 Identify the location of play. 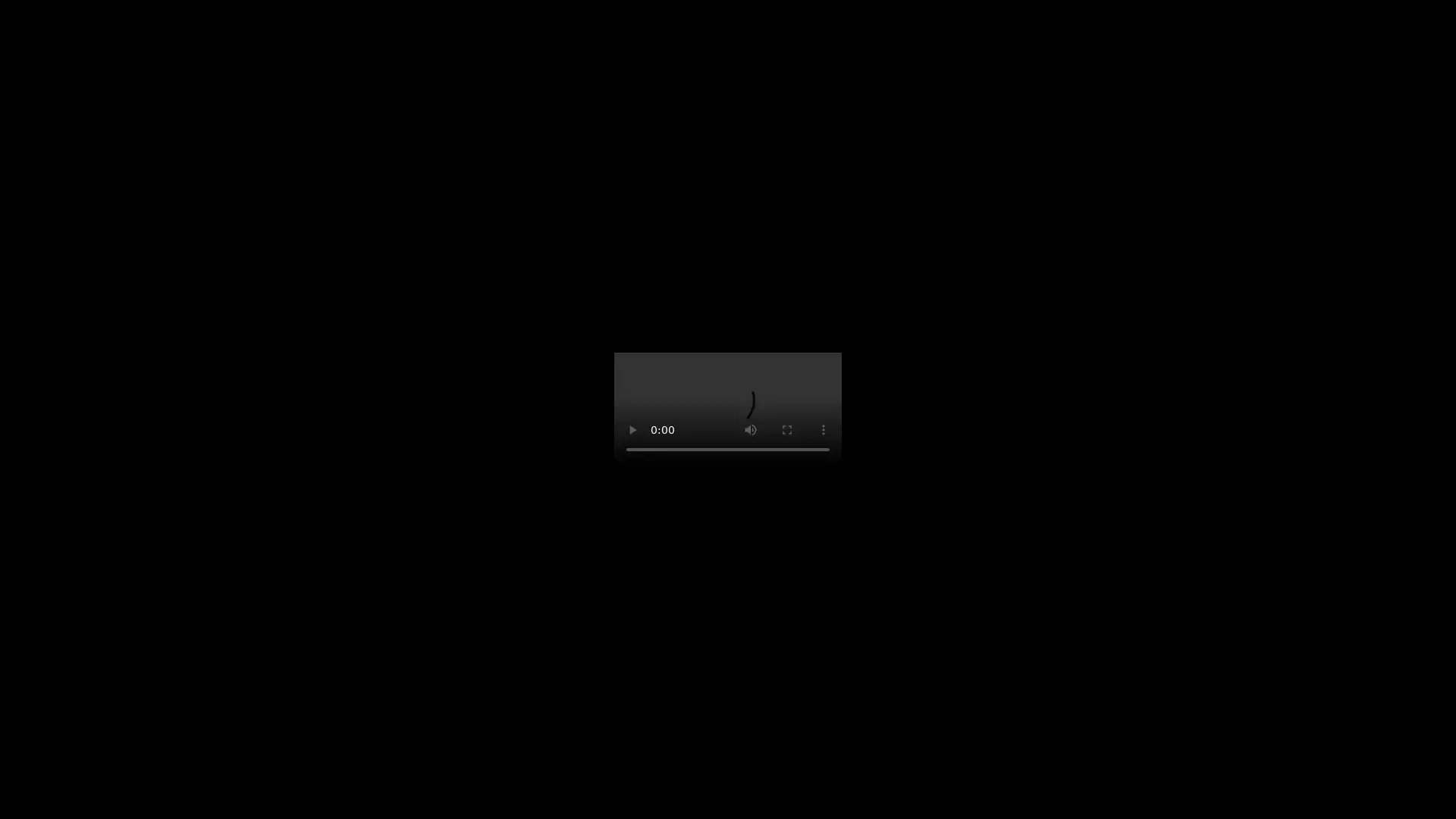
(632, 430).